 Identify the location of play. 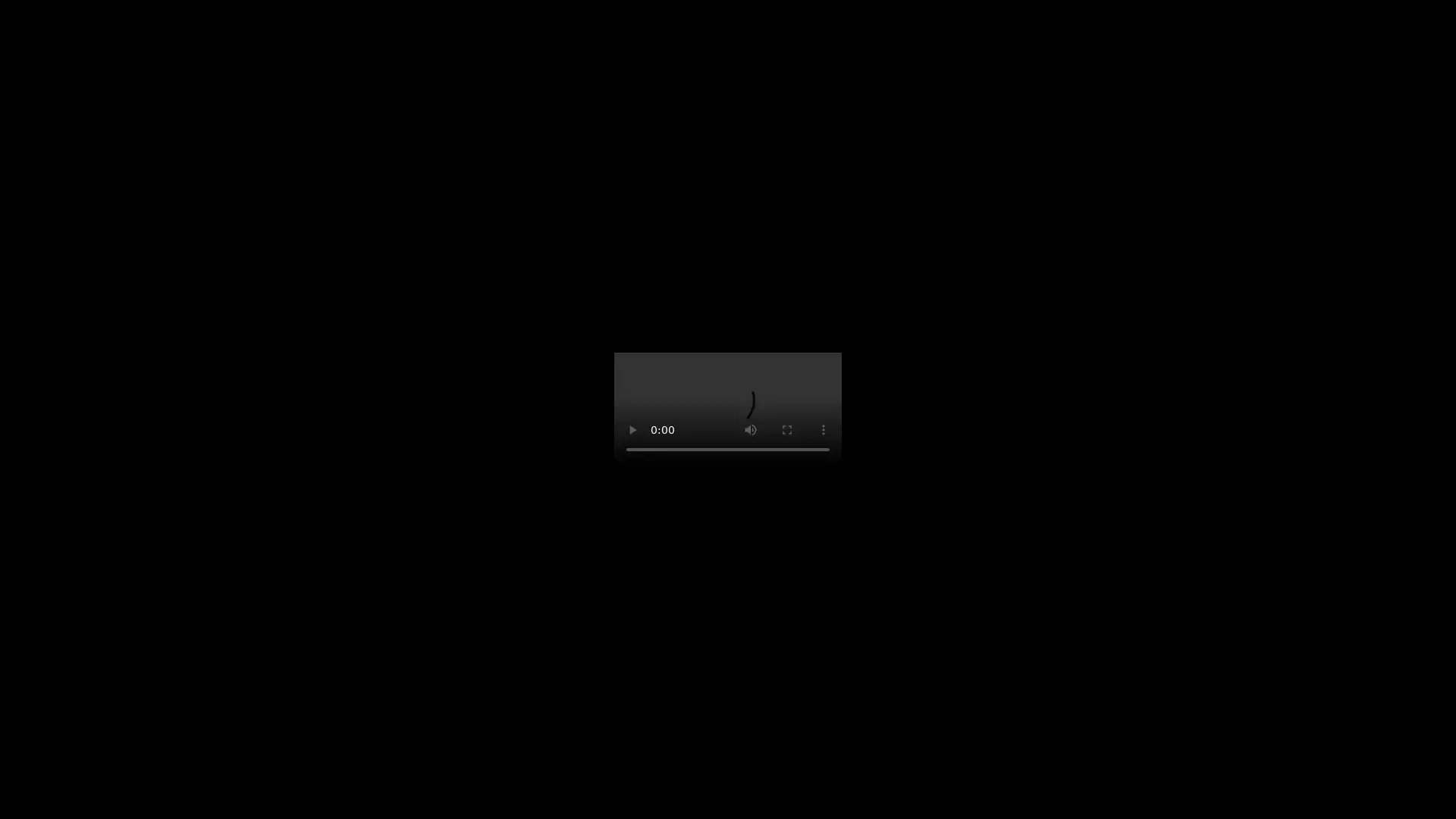
(632, 430).